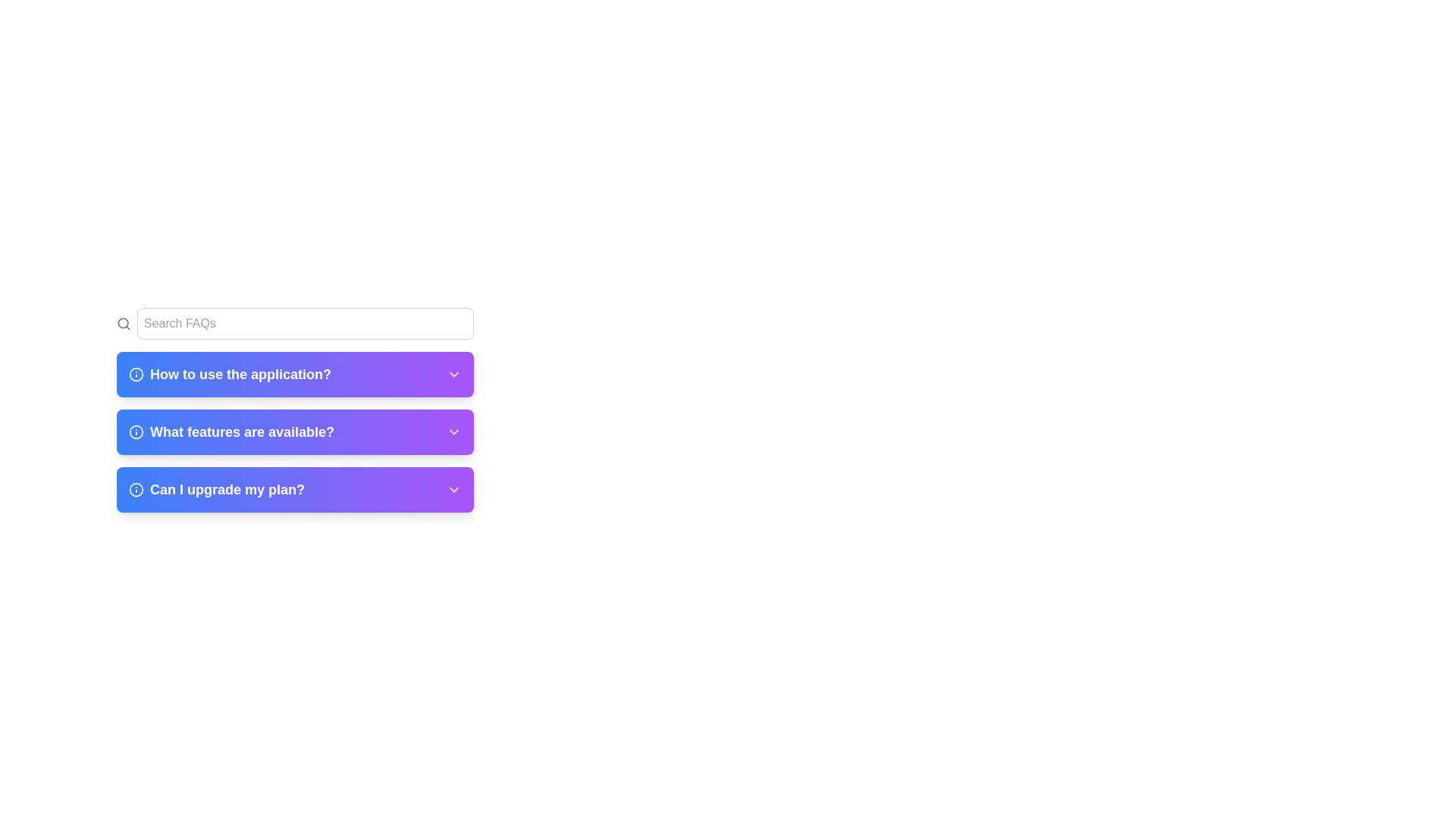 This screenshot has width=1456, height=819. Describe the element at coordinates (295, 416) in the screenshot. I see `the Collapsible section header labeled 'What features are available?' for keyboard navigation` at that location.